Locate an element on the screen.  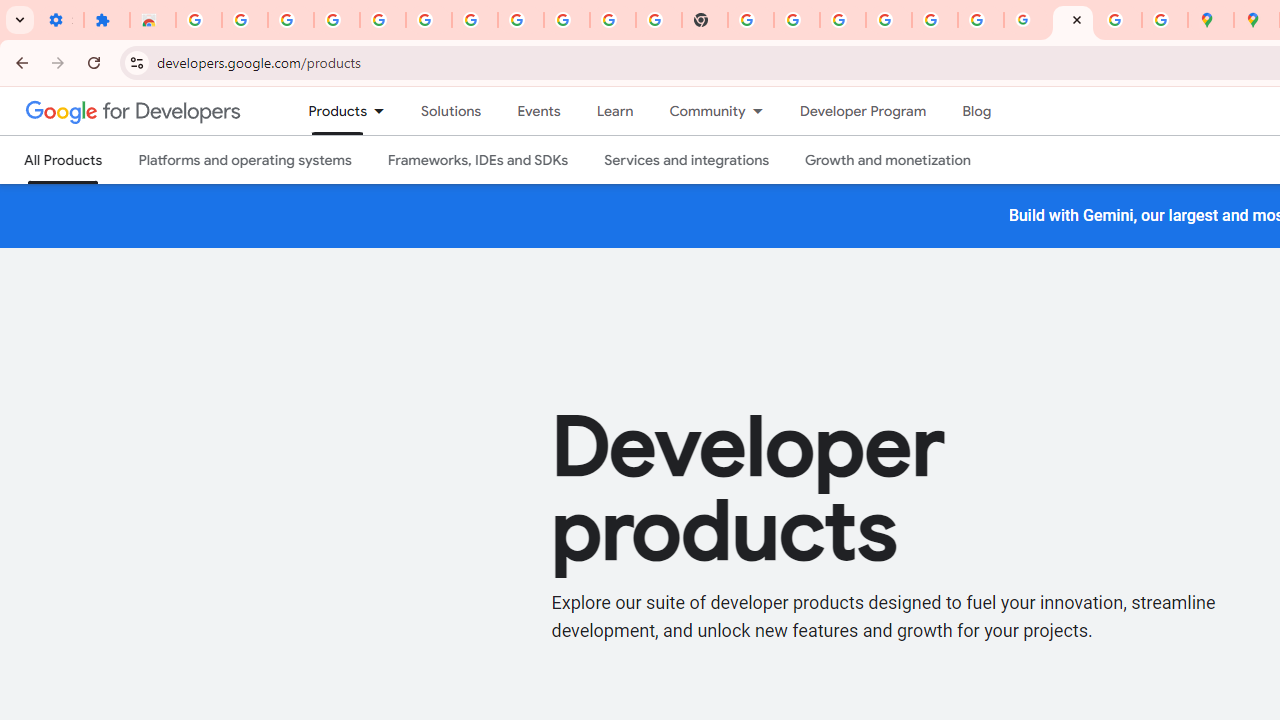
'Reviews: Helix Fruit Jump Arcade Game' is located at coordinates (152, 20).